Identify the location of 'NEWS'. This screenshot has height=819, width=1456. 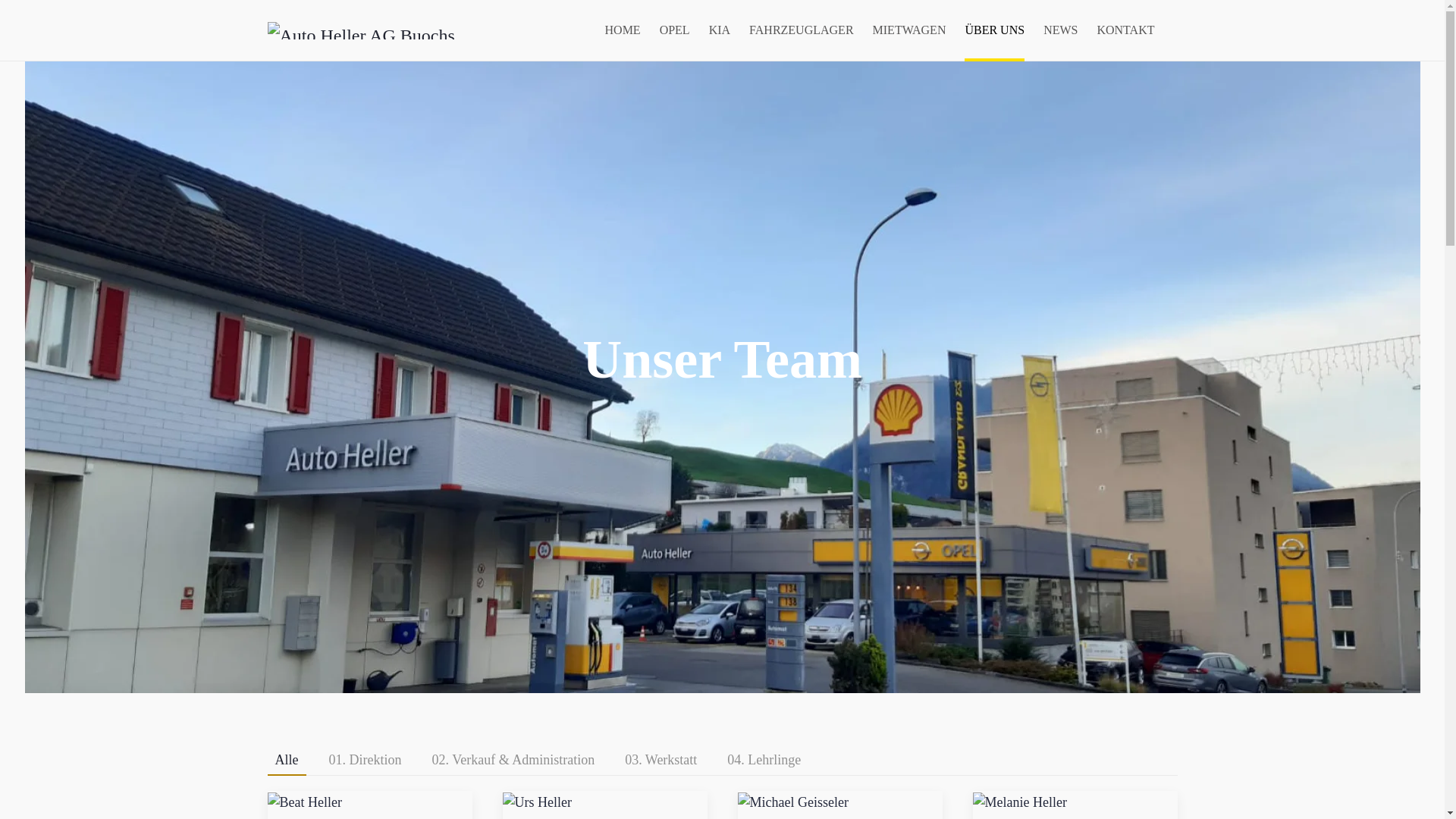
(1059, 30).